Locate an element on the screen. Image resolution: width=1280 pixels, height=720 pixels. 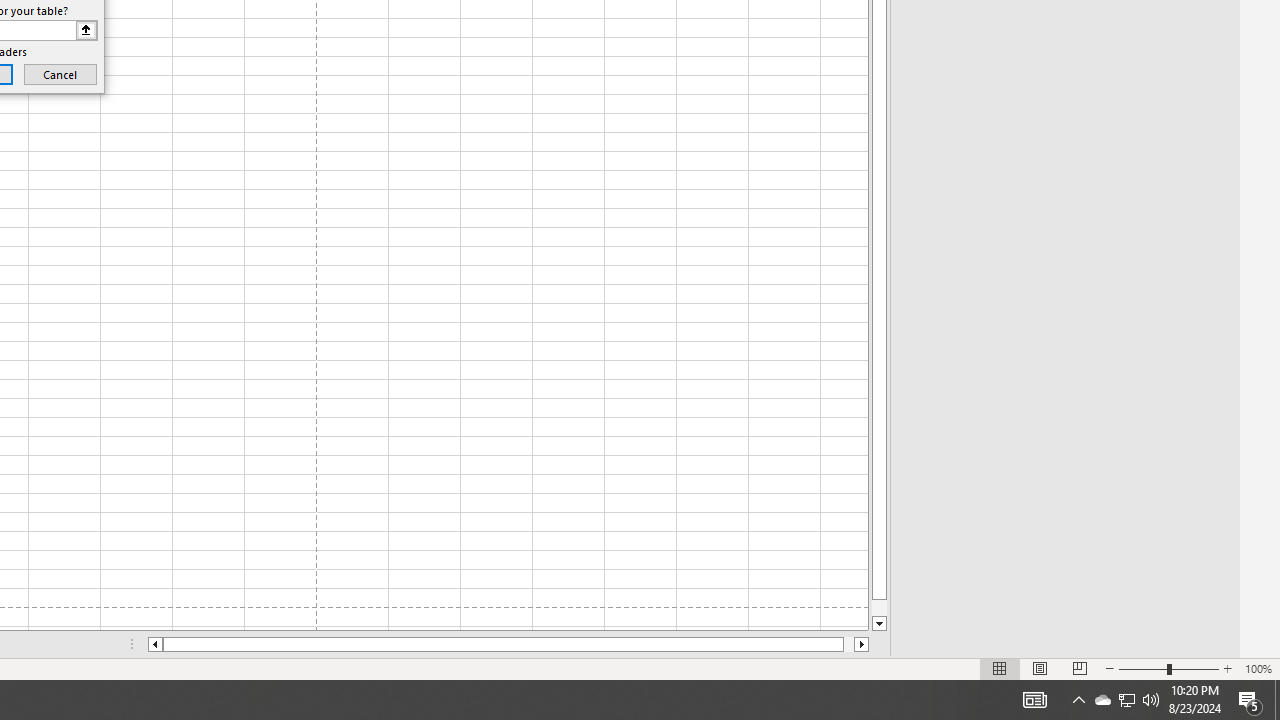
'Page right' is located at coordinates (848, 644).